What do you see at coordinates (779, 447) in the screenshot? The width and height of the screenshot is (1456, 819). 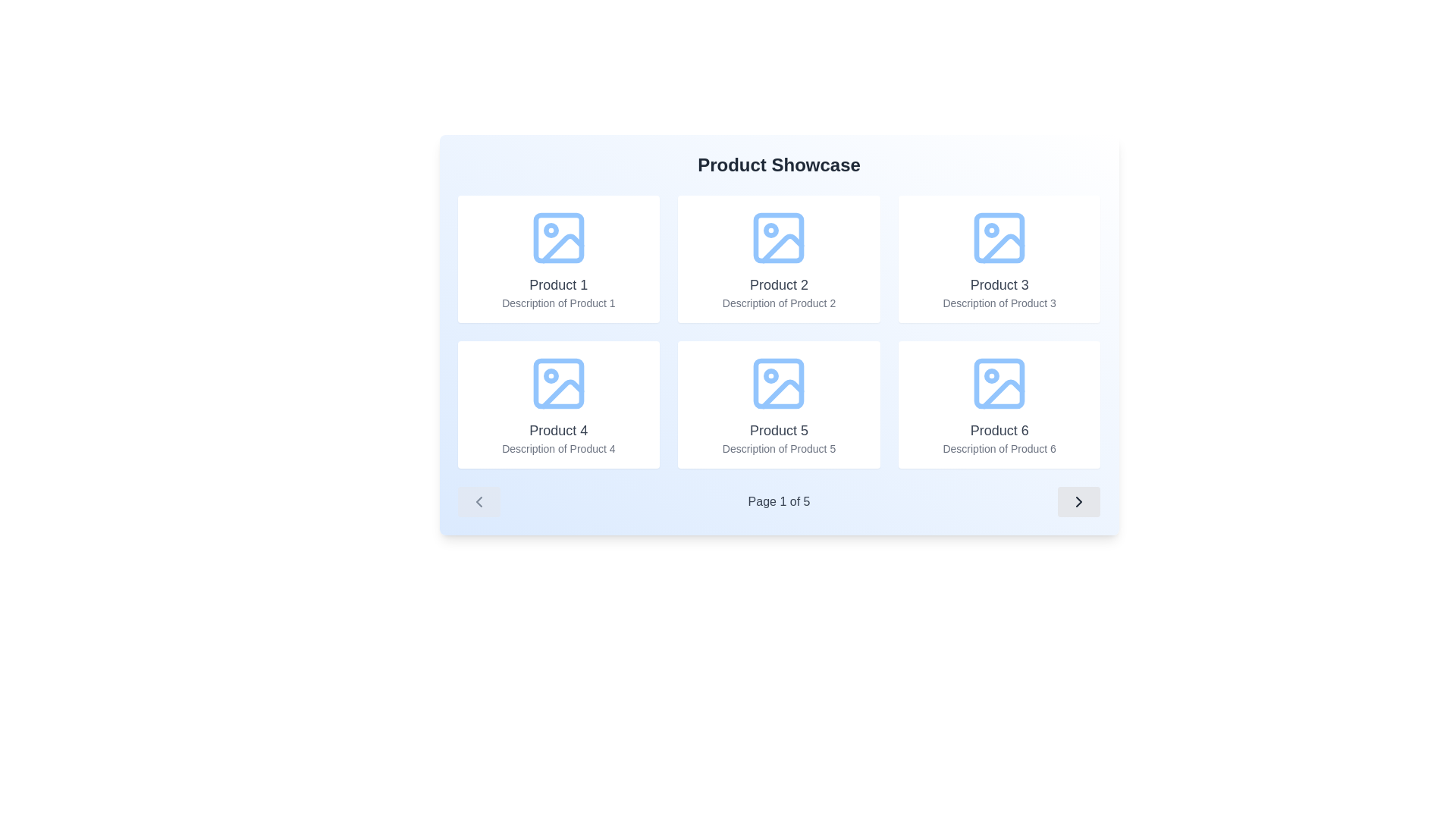 I see `the informational Text label that provides context about 'Product 5', located at the bottom of the product card in the second row, middle column` at bounding box center [779, 447].